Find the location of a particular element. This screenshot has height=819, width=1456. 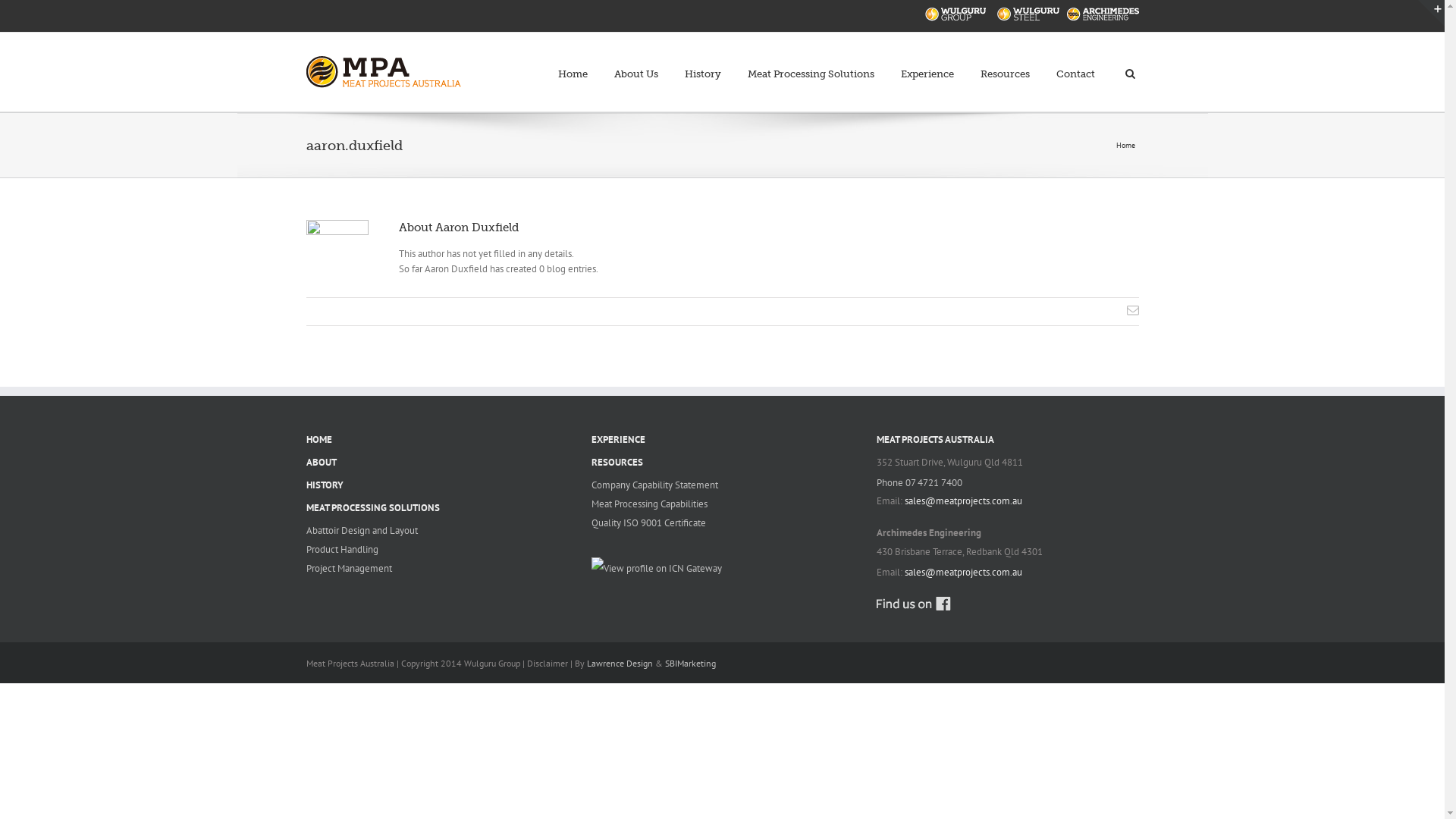

'History' is located at coordinates (701, 64).